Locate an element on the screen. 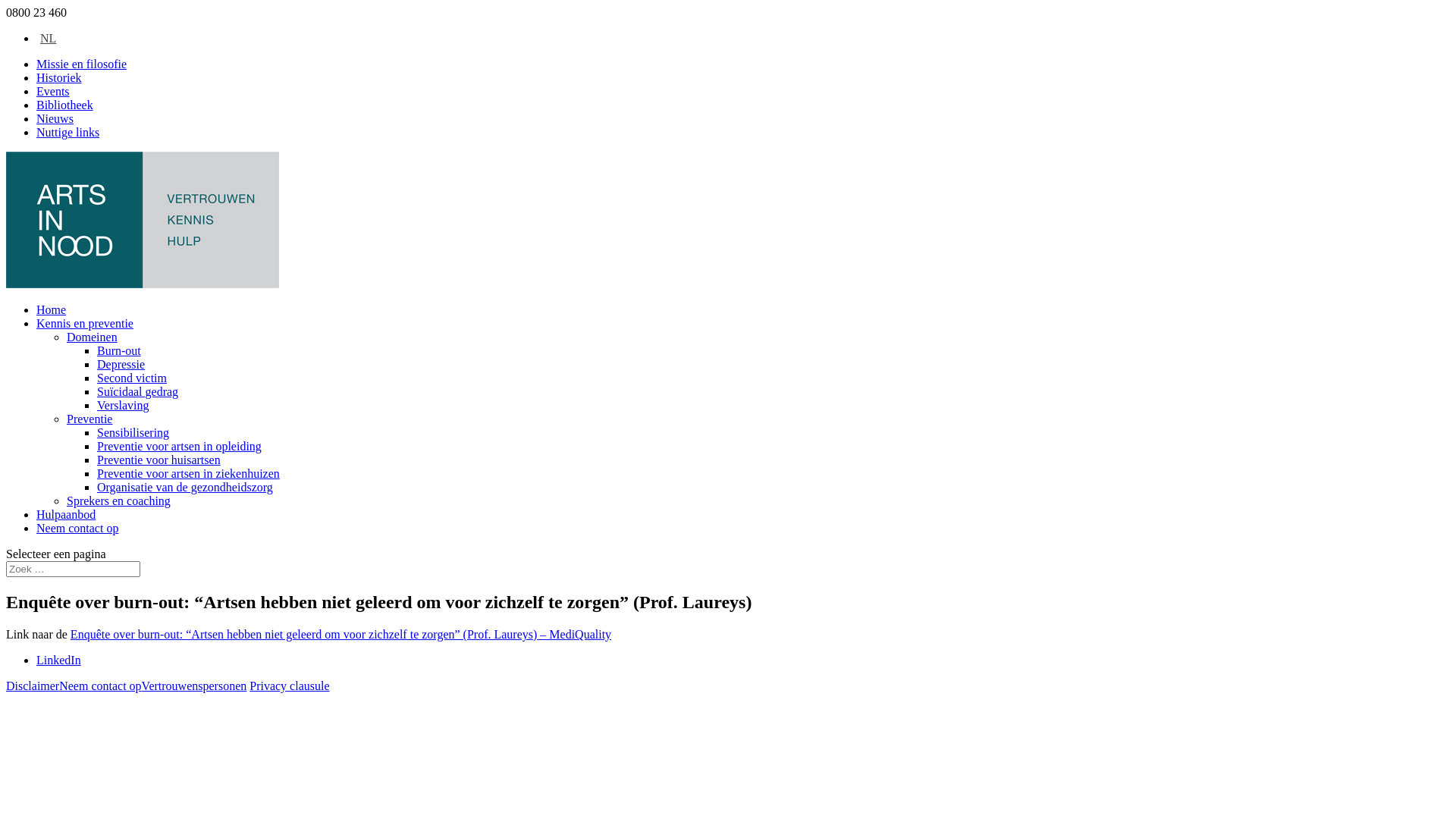 Image resolution: width=1456 pixels, height=819 pixels. 'Disclaimer' is located at coordinates (33, 686).